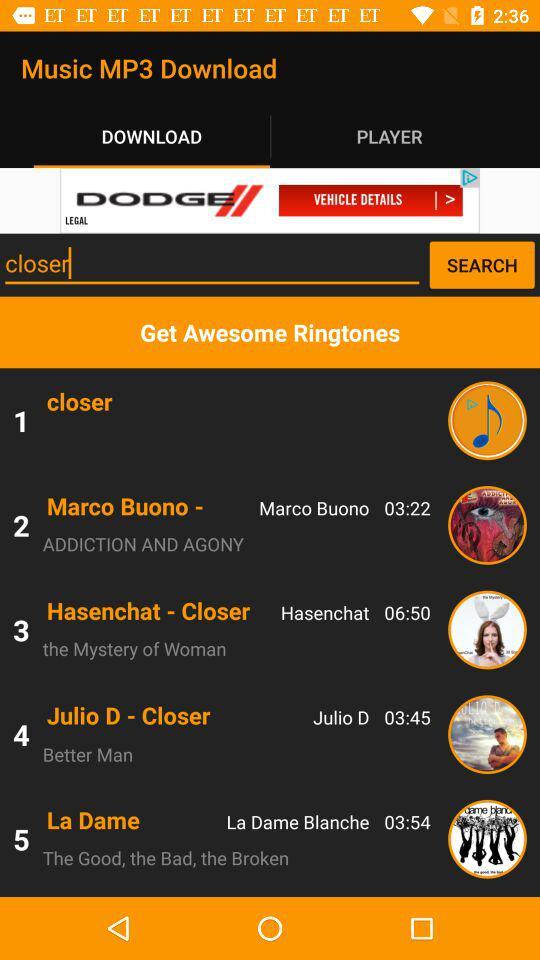  Describe the element at coordinates (270, 200) in the screenshot. I see `open advertisement` at that location.